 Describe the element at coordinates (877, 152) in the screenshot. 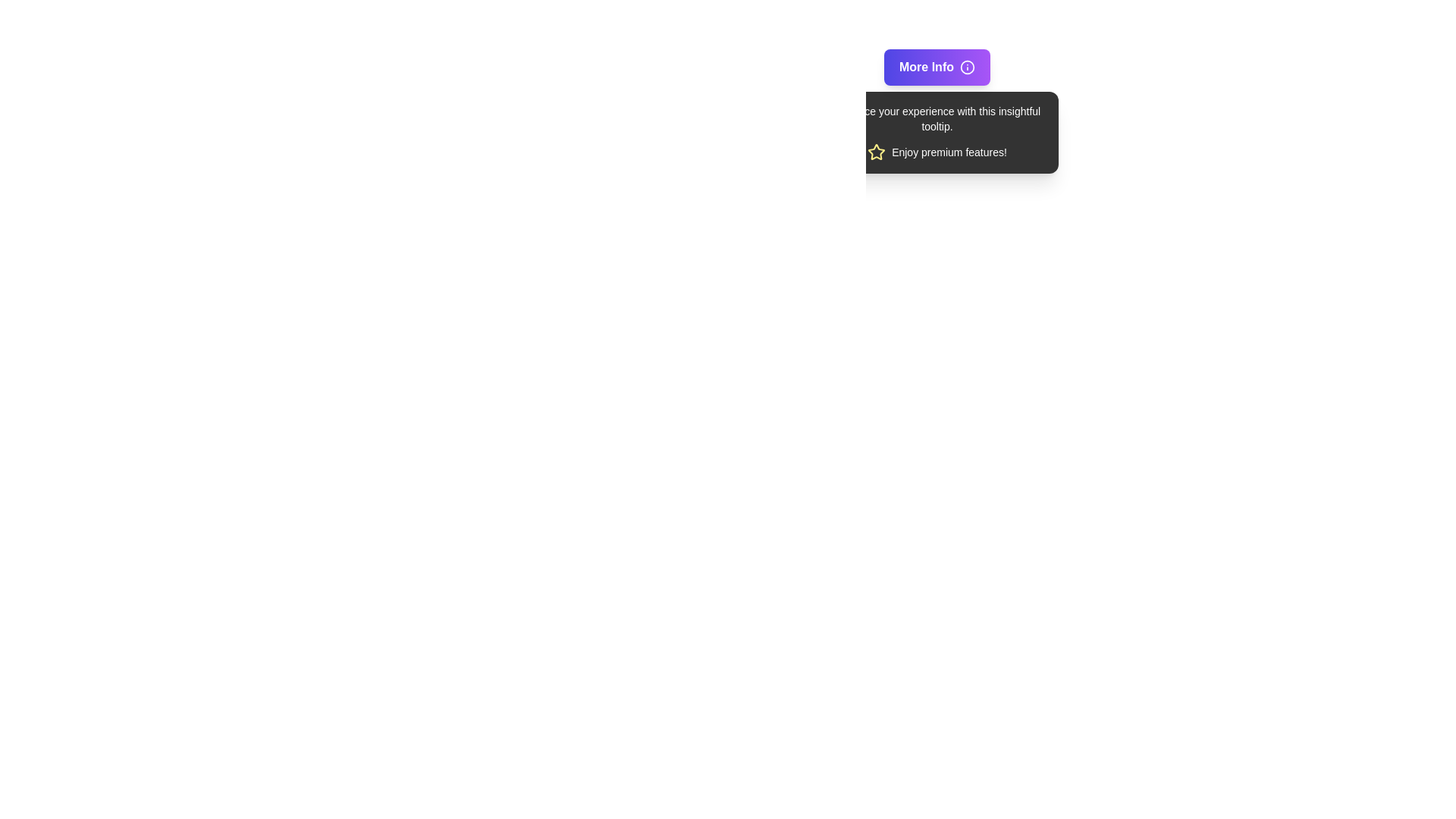

I see `the star-shaped icon with a yellow border and dark fill that is part of the tooltip near the text 'Enjoy premium features!'` at that location.